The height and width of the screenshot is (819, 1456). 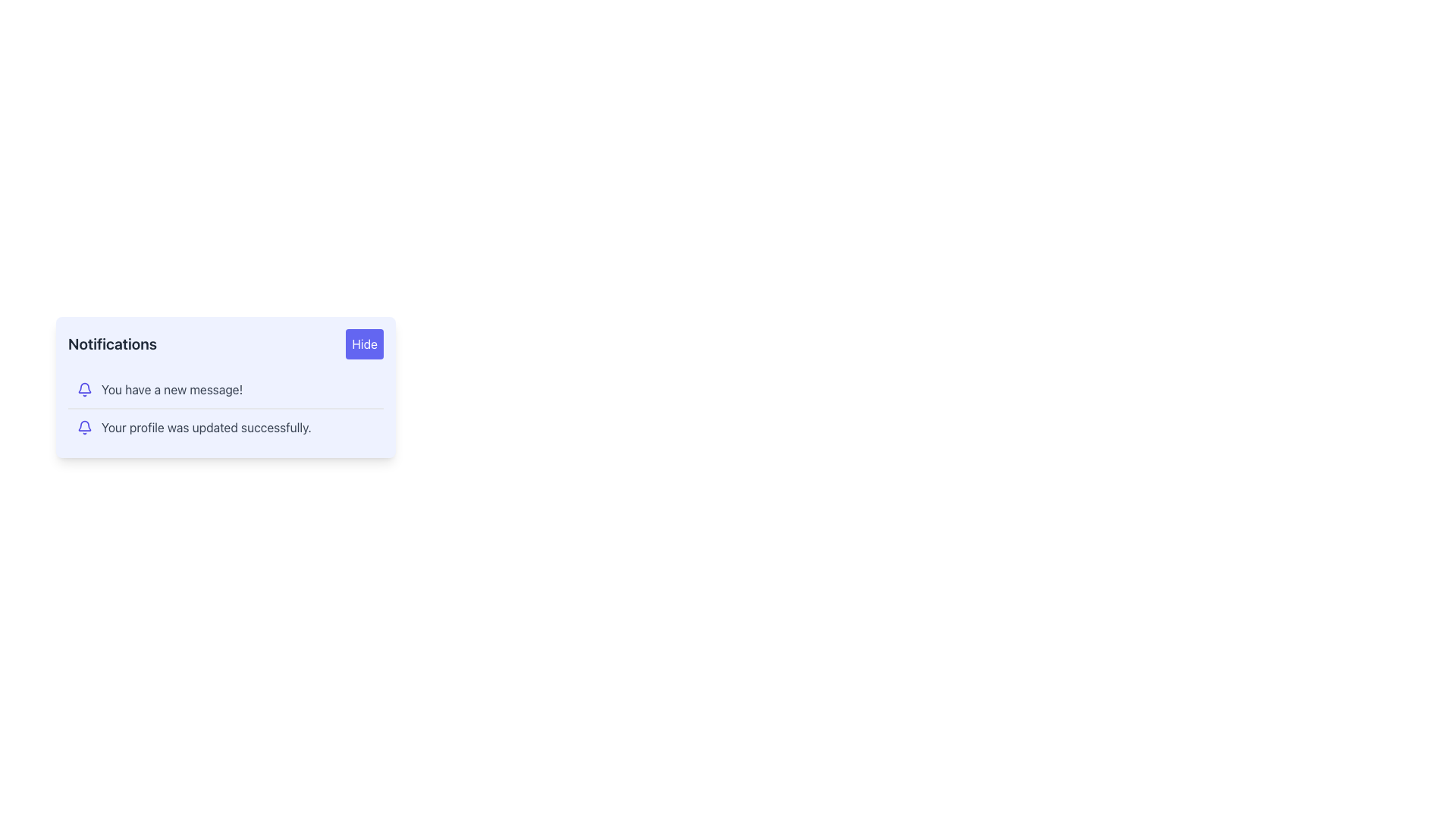 What do you see at coordinates (83, 388) in the screenshot?
I see `the bell icon that symbolizes notifications, located at the top-left corner of the notification block, to the left of the text 'You have a new message!'` at bounding box center [83, 388].